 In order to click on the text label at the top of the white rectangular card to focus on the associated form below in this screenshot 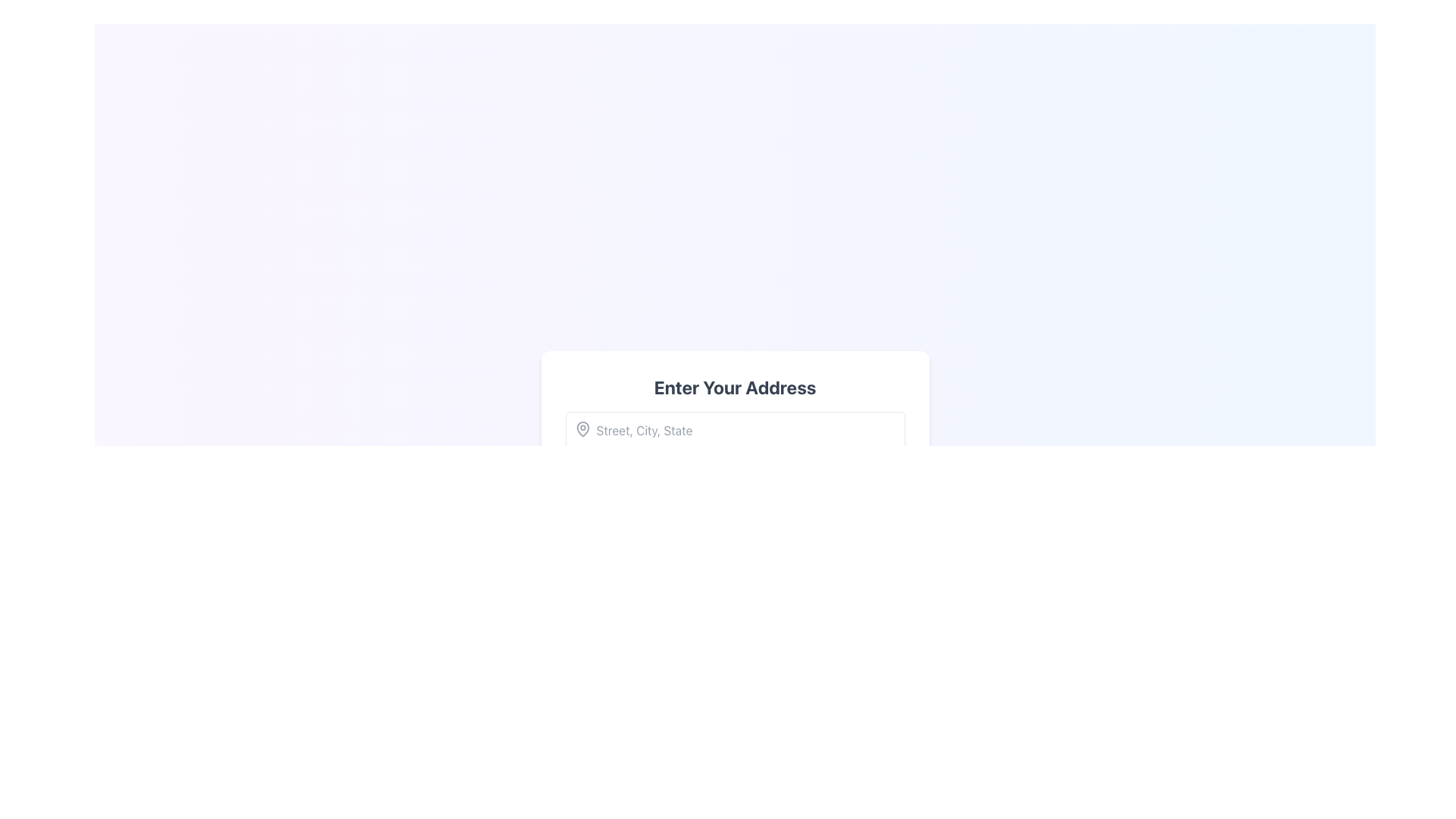, I will do `click(735, 386)`.